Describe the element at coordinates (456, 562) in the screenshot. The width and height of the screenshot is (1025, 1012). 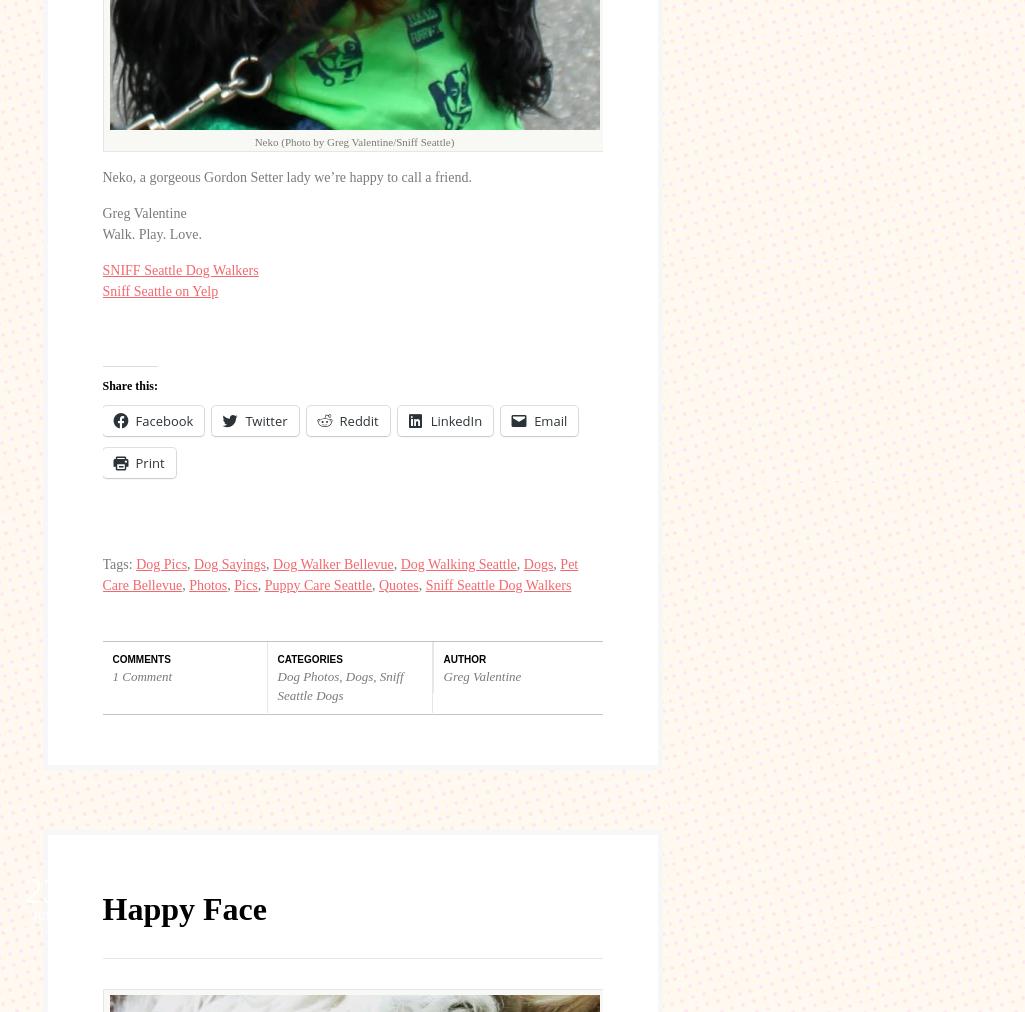
I see `'Dog Walking Seattle'` at that location.